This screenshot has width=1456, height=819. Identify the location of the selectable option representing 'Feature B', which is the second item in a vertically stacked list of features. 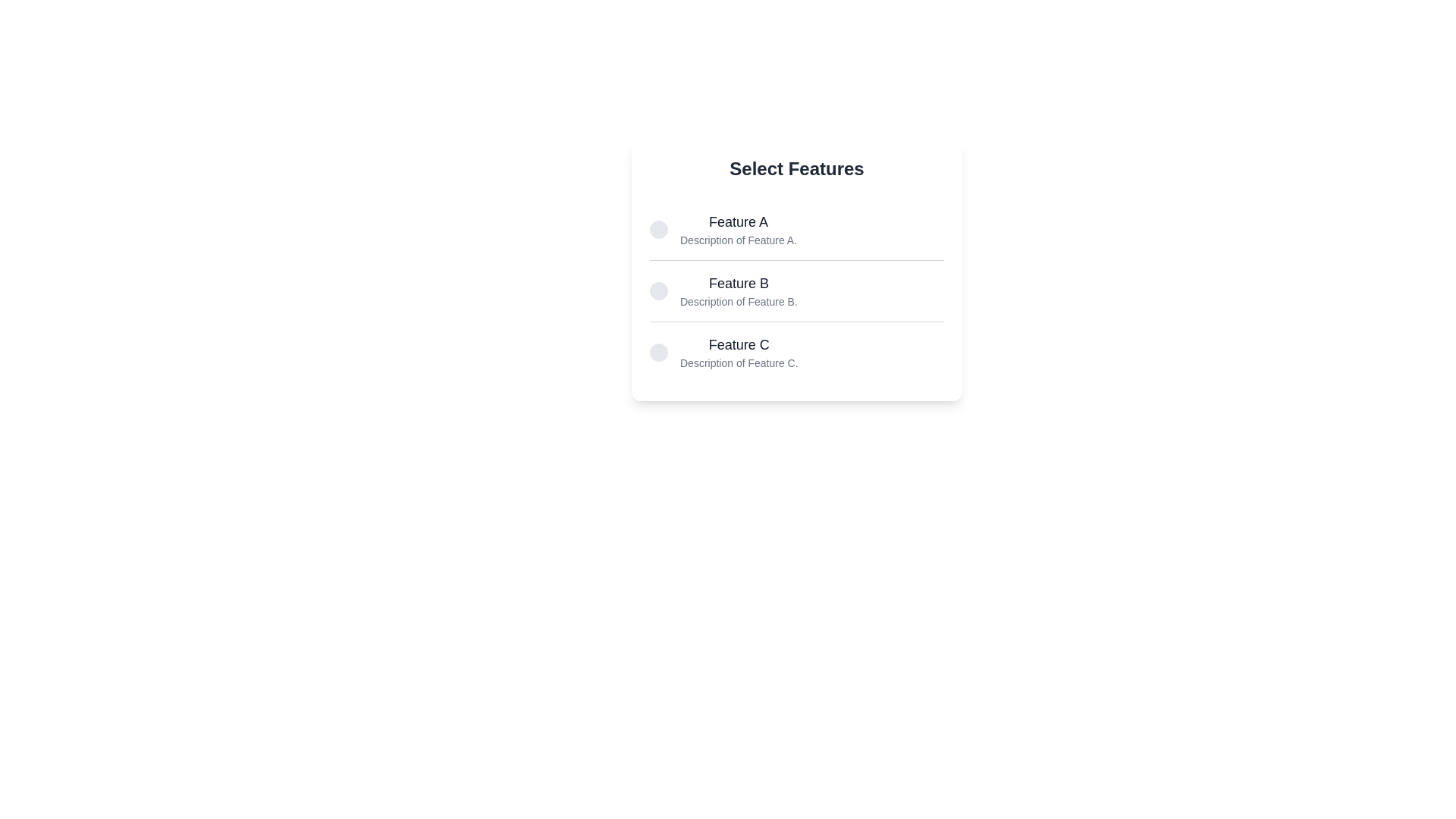
(796, 290).